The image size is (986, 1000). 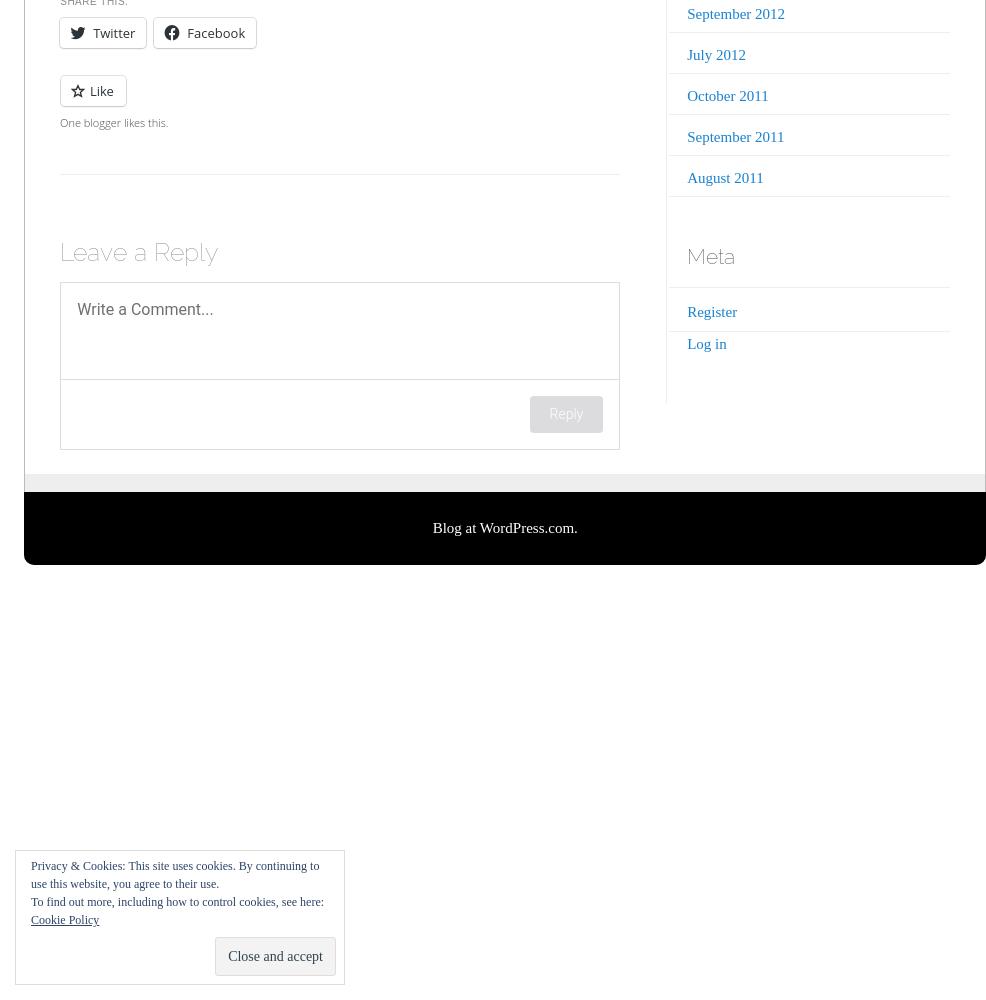 What do you see at coordinates (63, 920) in the screenshot?
I see `'Cookie Policy'` at bounding box center [63, 920].